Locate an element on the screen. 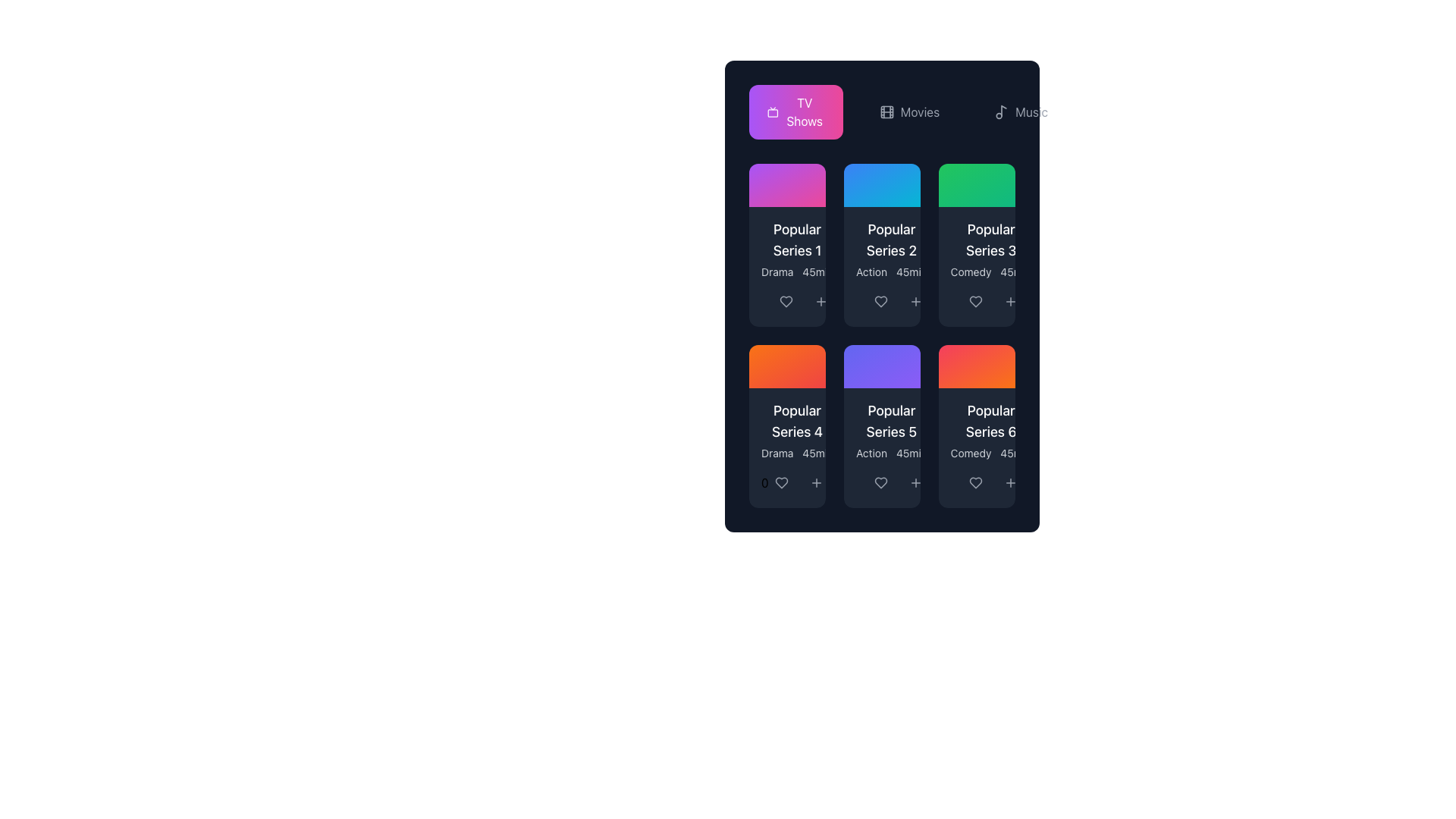  the circular '+' button located within the 'Popular Series 5' card, to the right of the heart icon, to observe the color change indicating interactivity is located at coordinates (915, 482).